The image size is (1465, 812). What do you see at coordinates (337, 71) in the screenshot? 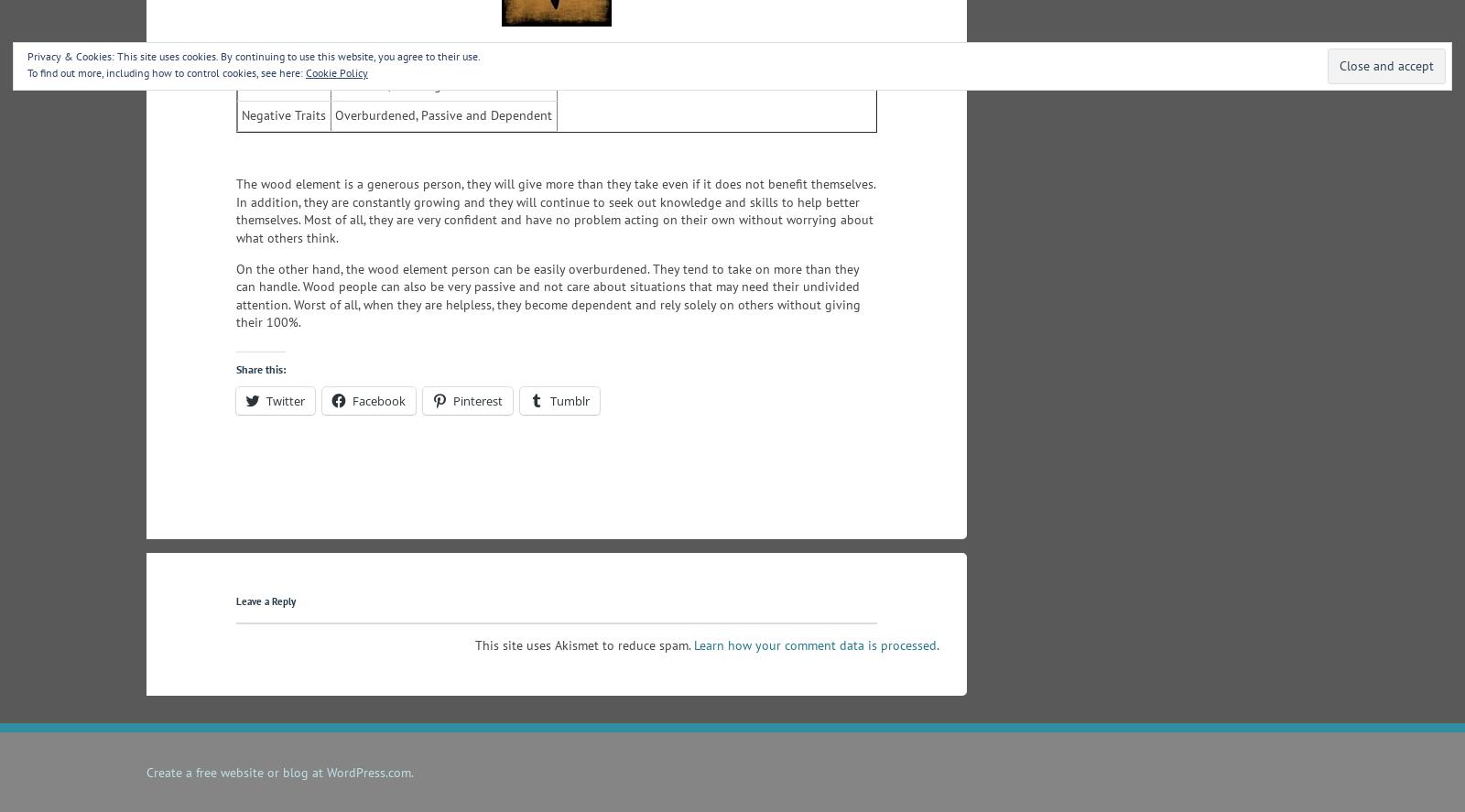
I see `'Cookie Policy'` at bounding box center [337, 71].